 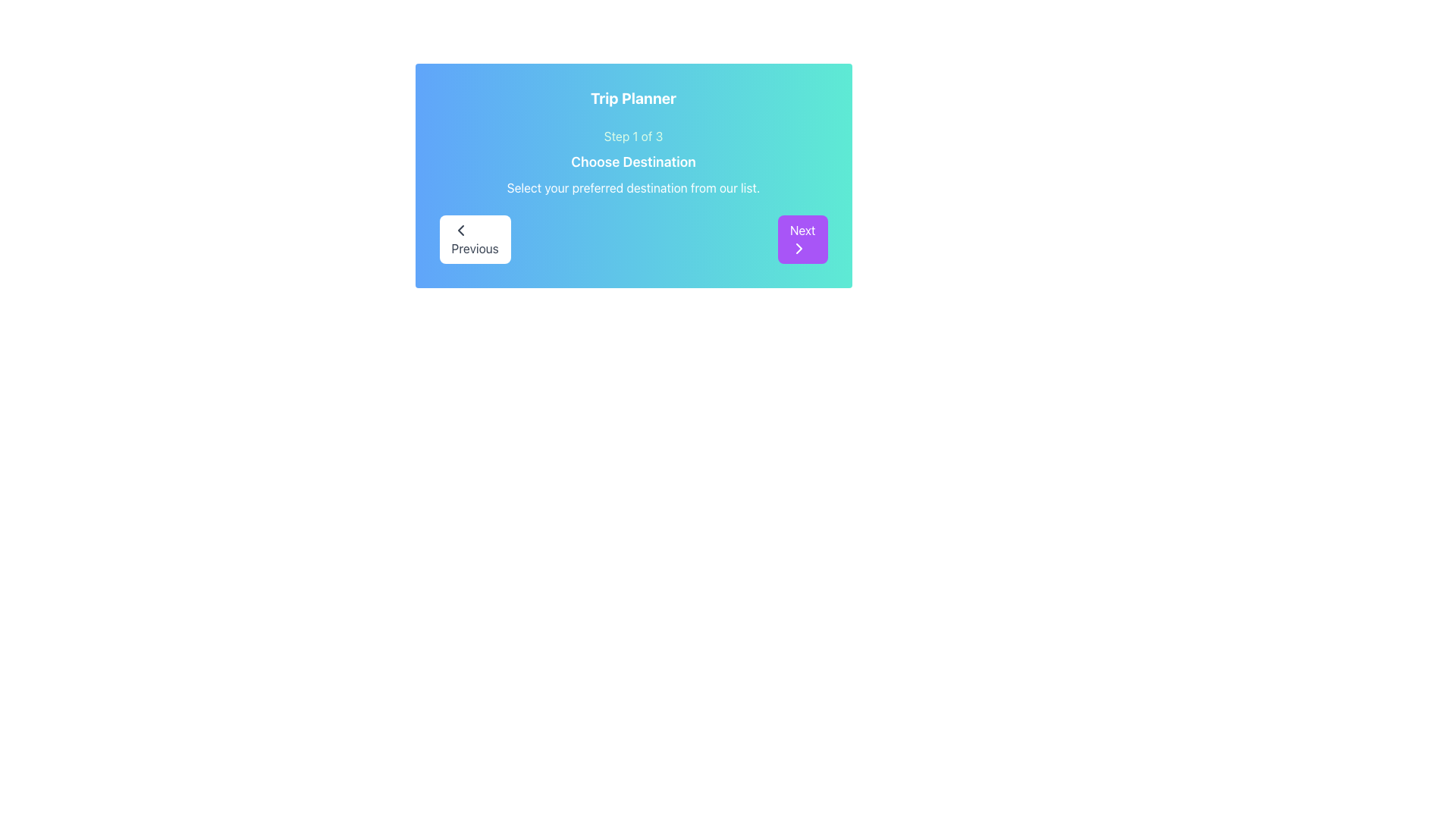 What do you see at coordinates (798, 247) in the screenshot?
I see `the Chevron arrow graphic within the 'Next' button` at bounding box center [798, 247].